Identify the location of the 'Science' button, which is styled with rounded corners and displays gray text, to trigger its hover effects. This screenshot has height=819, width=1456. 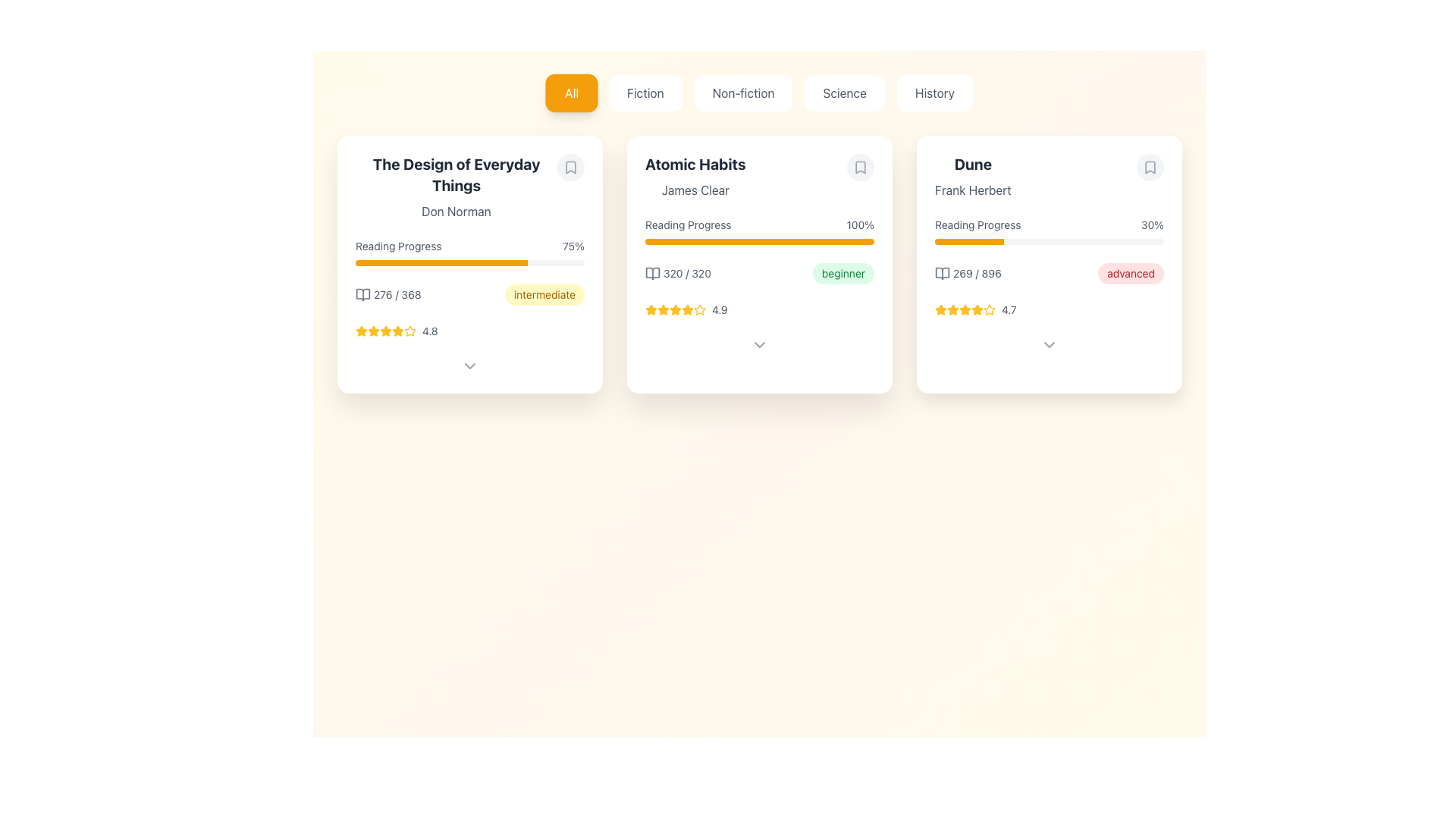
(844, 93).